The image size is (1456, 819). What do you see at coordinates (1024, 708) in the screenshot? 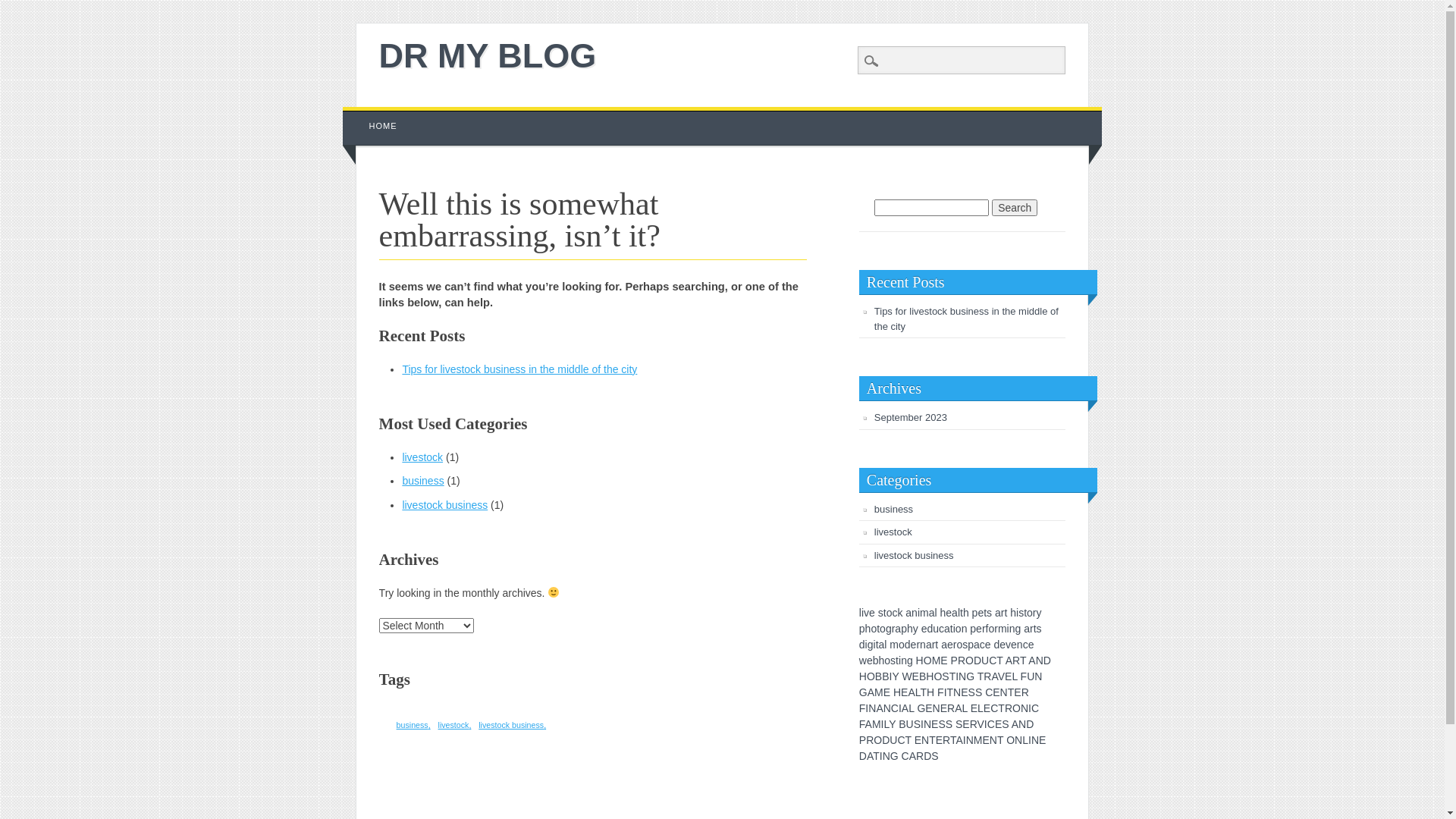
I see `'N'` at bounding box center [1024, 708].